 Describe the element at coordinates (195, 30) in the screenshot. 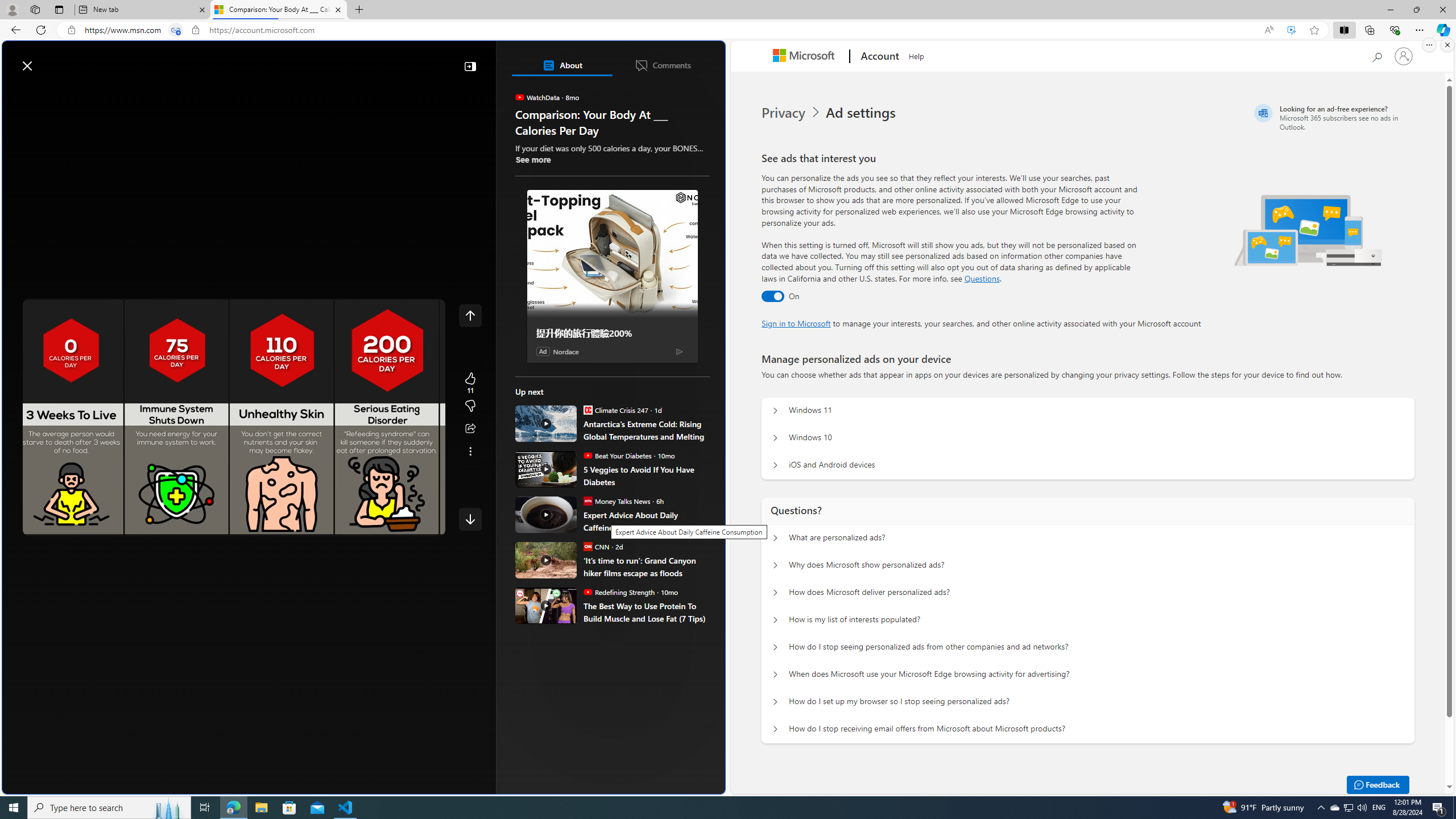

I see `'View site information'` at that location.